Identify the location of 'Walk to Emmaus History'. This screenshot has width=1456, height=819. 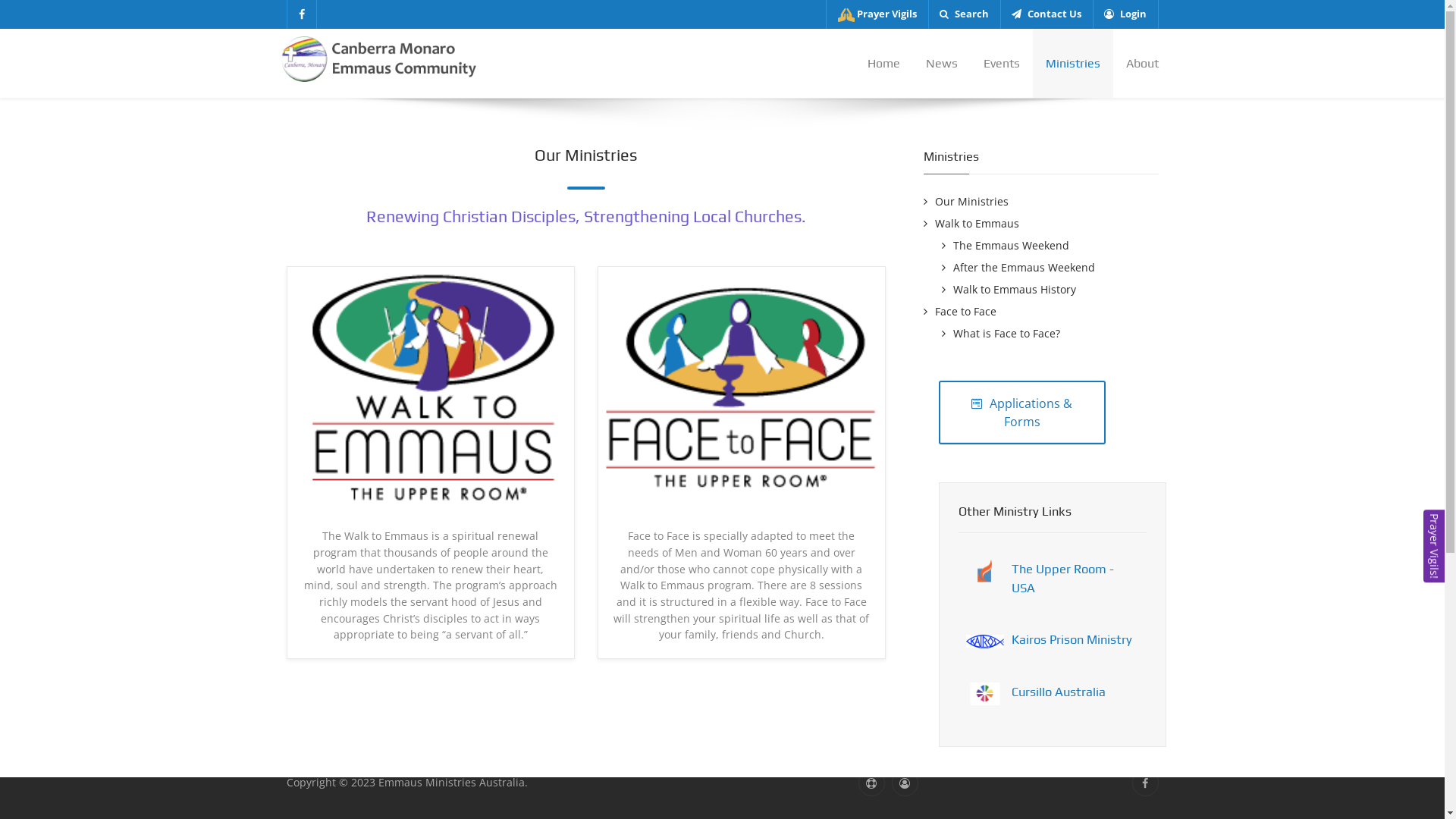
(1009, 289).